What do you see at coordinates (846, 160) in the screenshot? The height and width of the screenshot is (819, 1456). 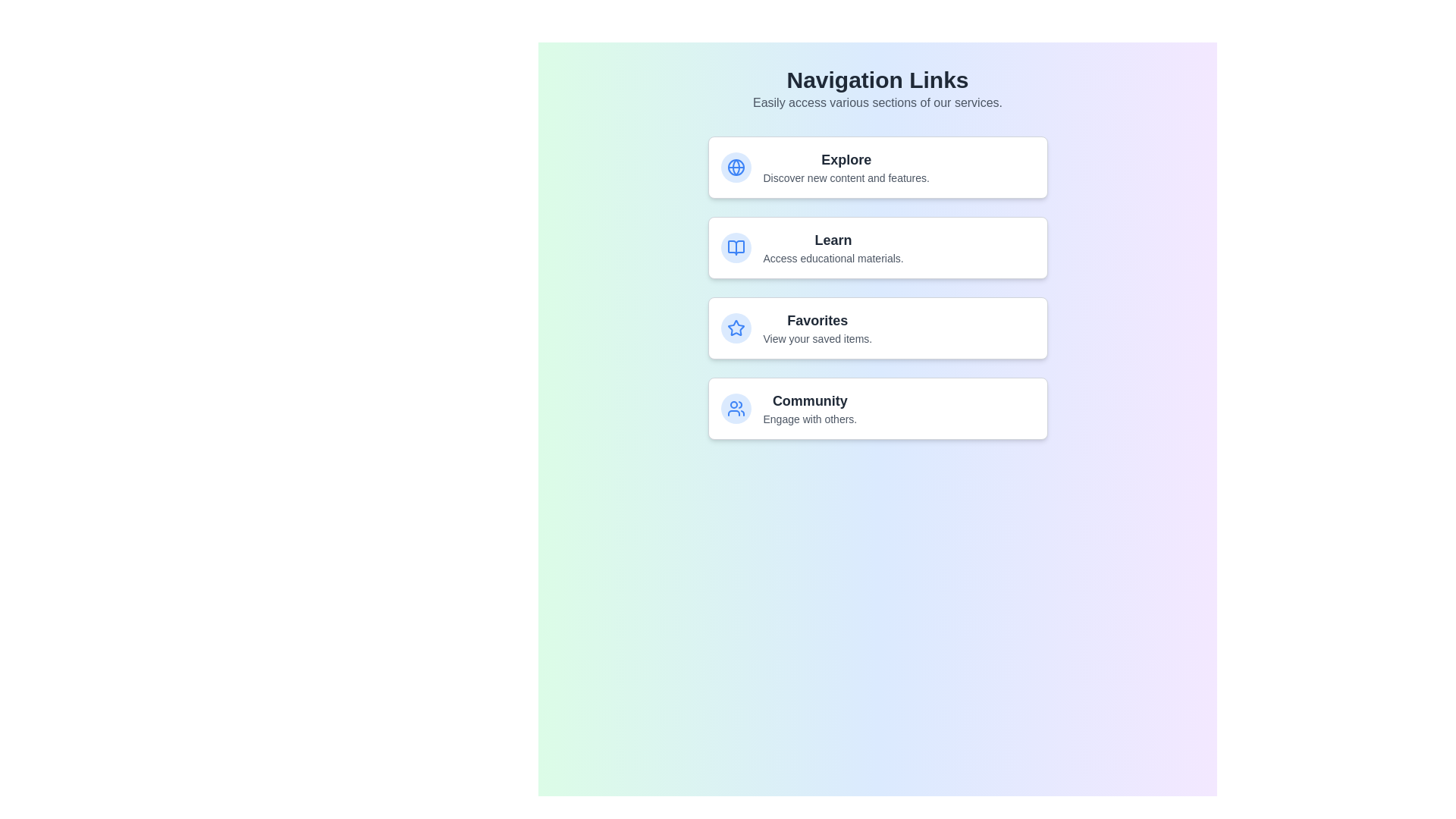 I see `the text 'Explore' styled in bold and dark gray` at bounding box center [846, 160].